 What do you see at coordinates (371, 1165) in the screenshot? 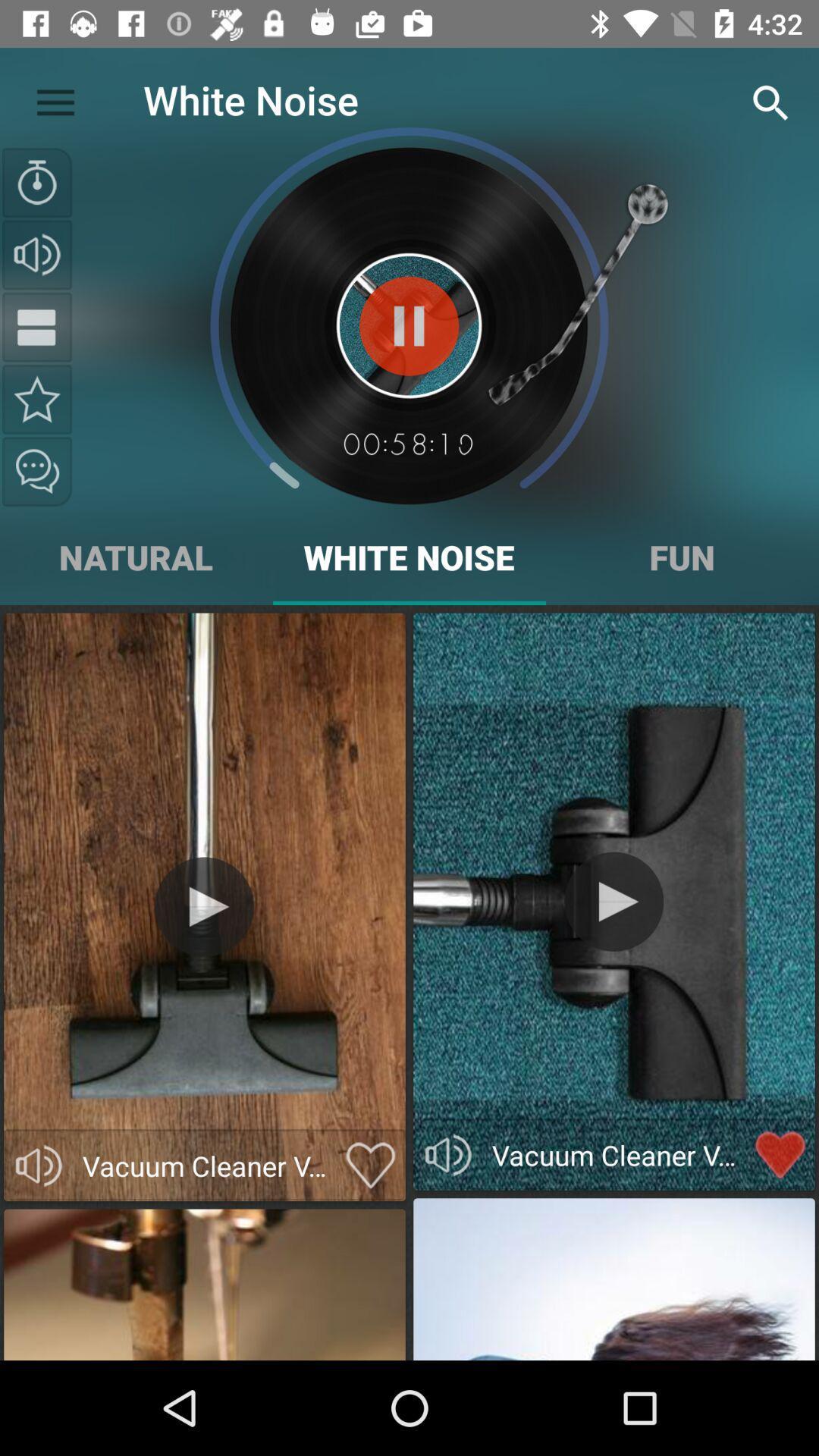
I see `mark as favorite` at bounding box center [371, 1165].